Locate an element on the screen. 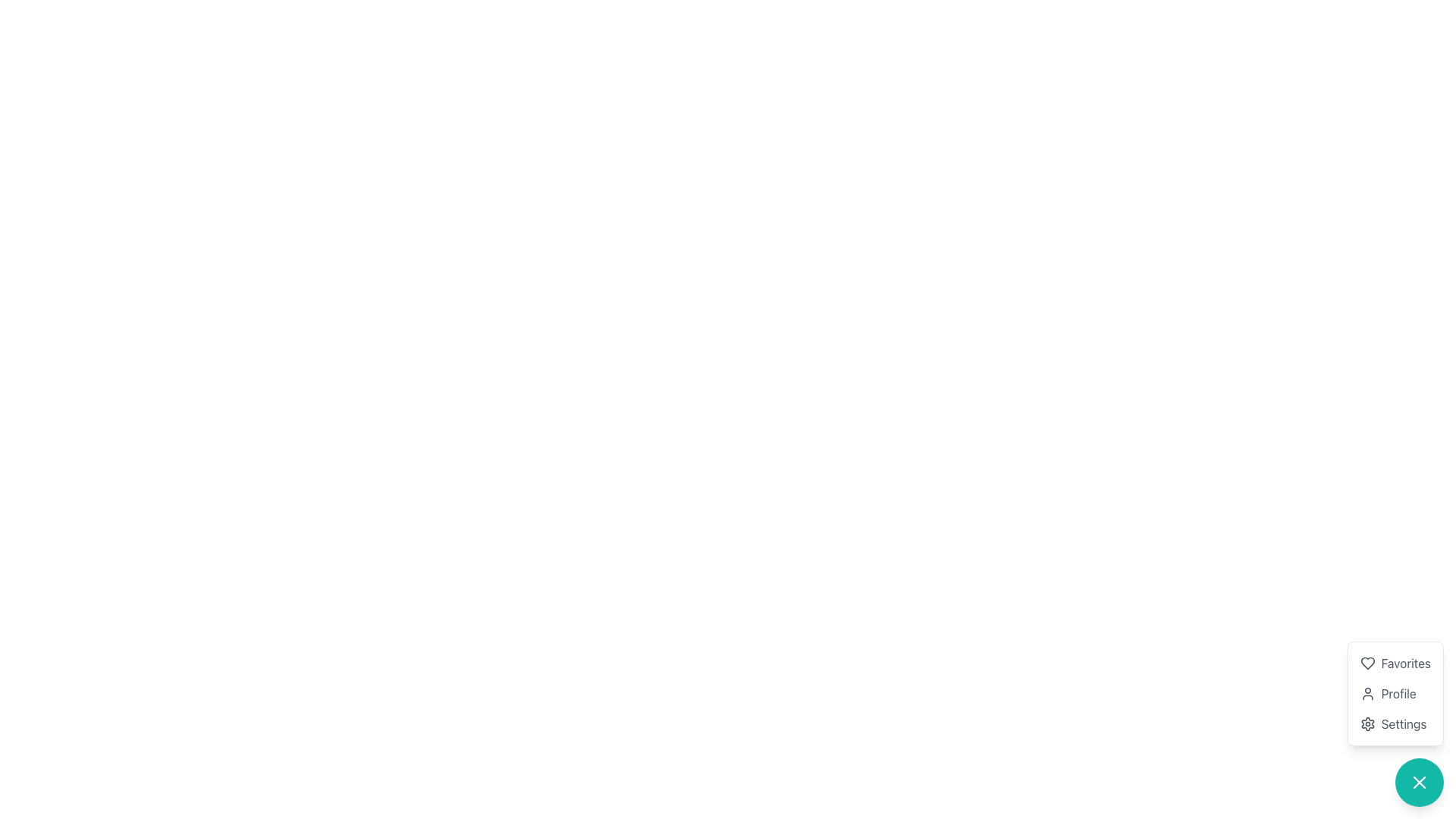  the 'Settings' icon located in the dropdown menu at the bottom-right corner of the interface is located at coordinates (1367, 723).